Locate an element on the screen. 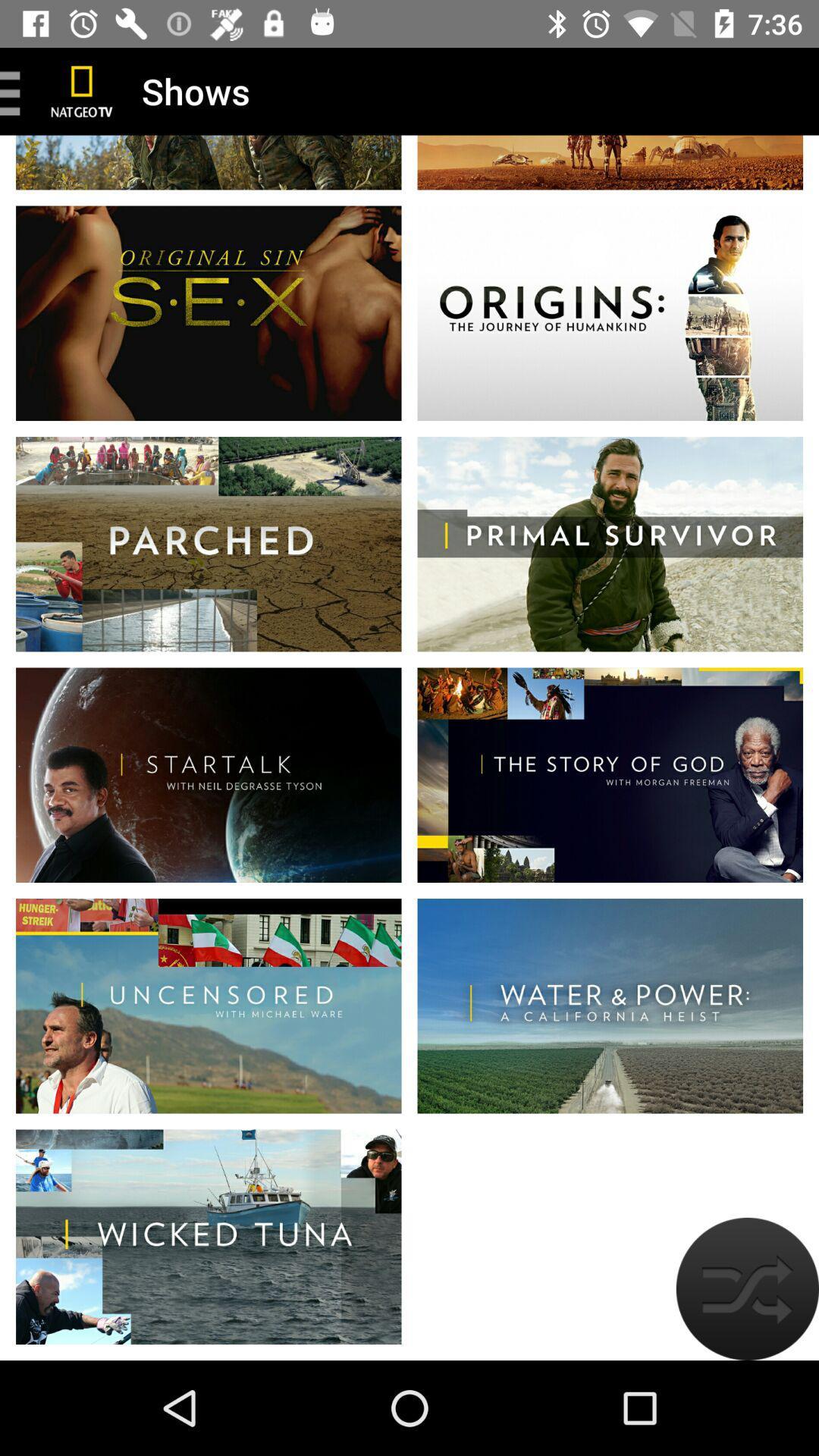 This screenshot has height=1456, width=819. icon next to the shows item is located at coordinates (82, 90).